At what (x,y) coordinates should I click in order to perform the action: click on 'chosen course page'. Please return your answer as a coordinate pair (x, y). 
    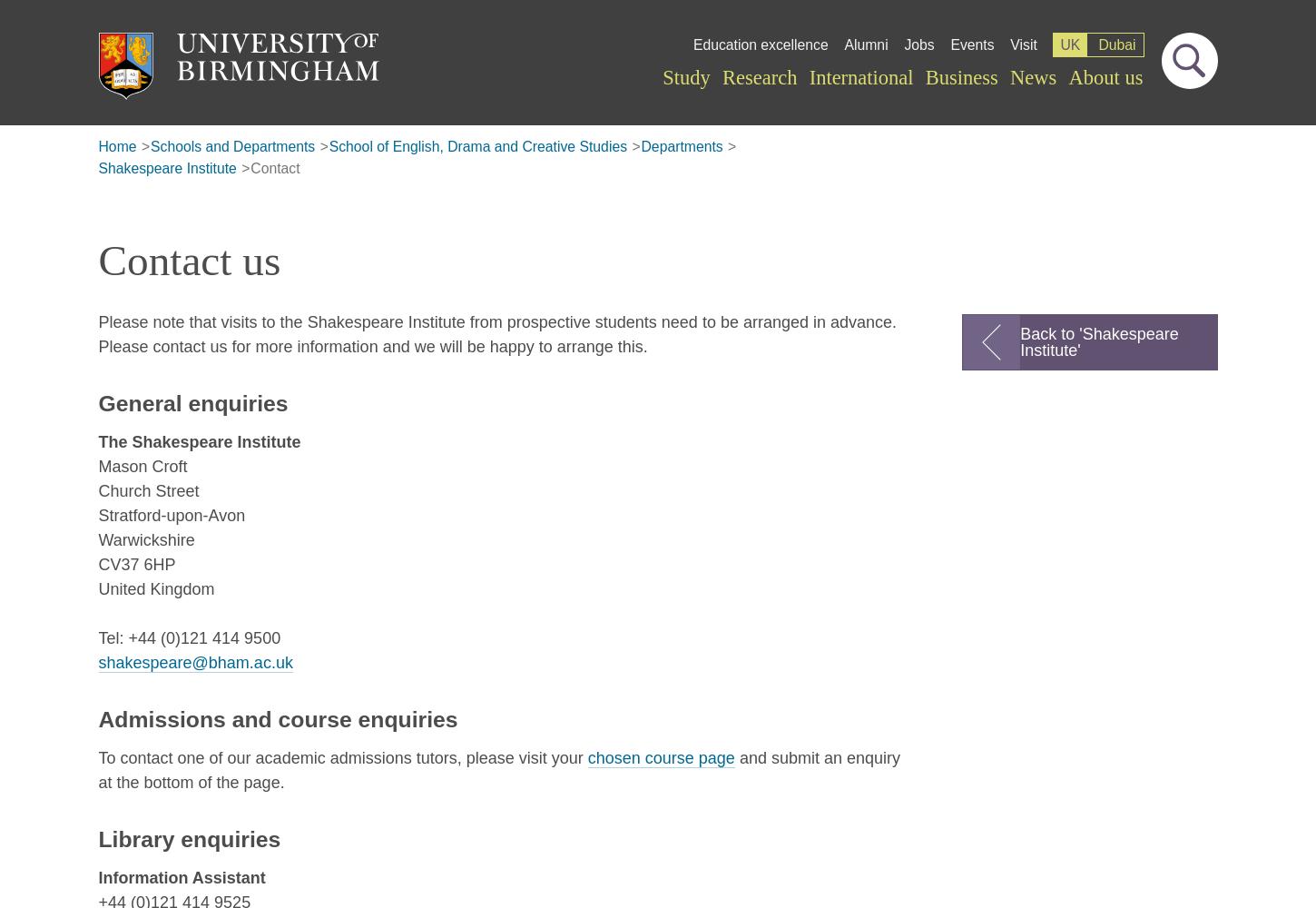
    Looking at the image, I should click on (585, 756).